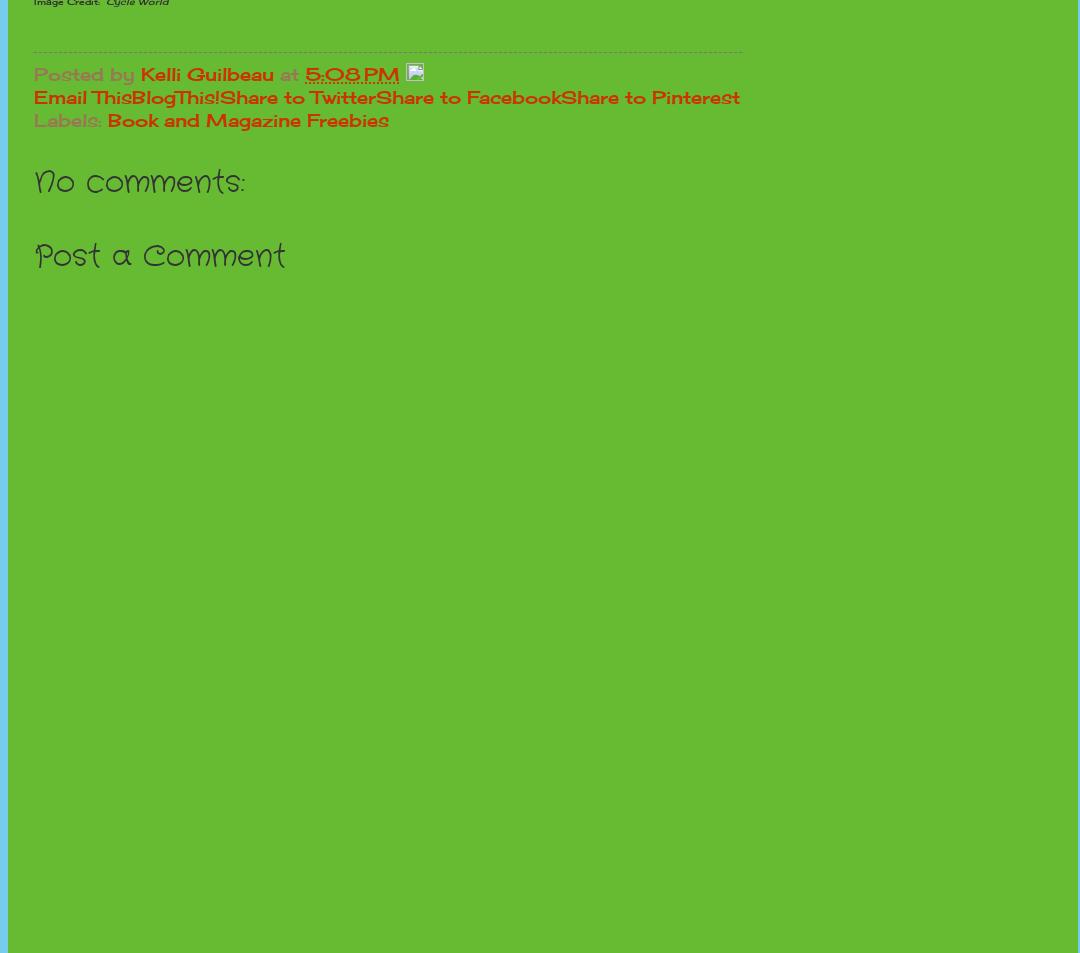 The height and width of the screenshot is (953, 1080). I want to click on 'Posted by', so click(34, 72).